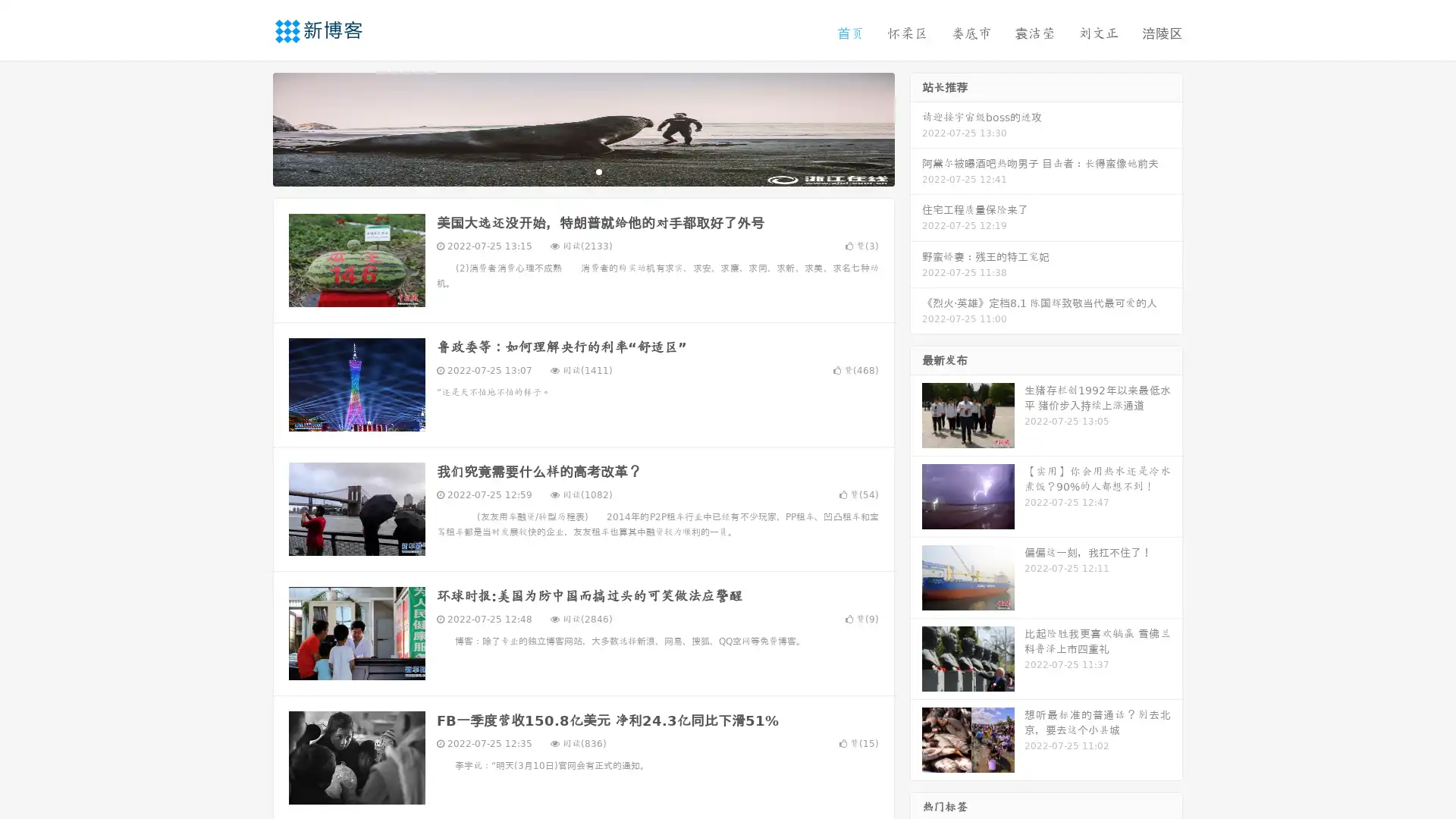  What do you see at coordinates (916, 127) in the screenshot?
I see `Next slide` at bounding box center [916, 127].